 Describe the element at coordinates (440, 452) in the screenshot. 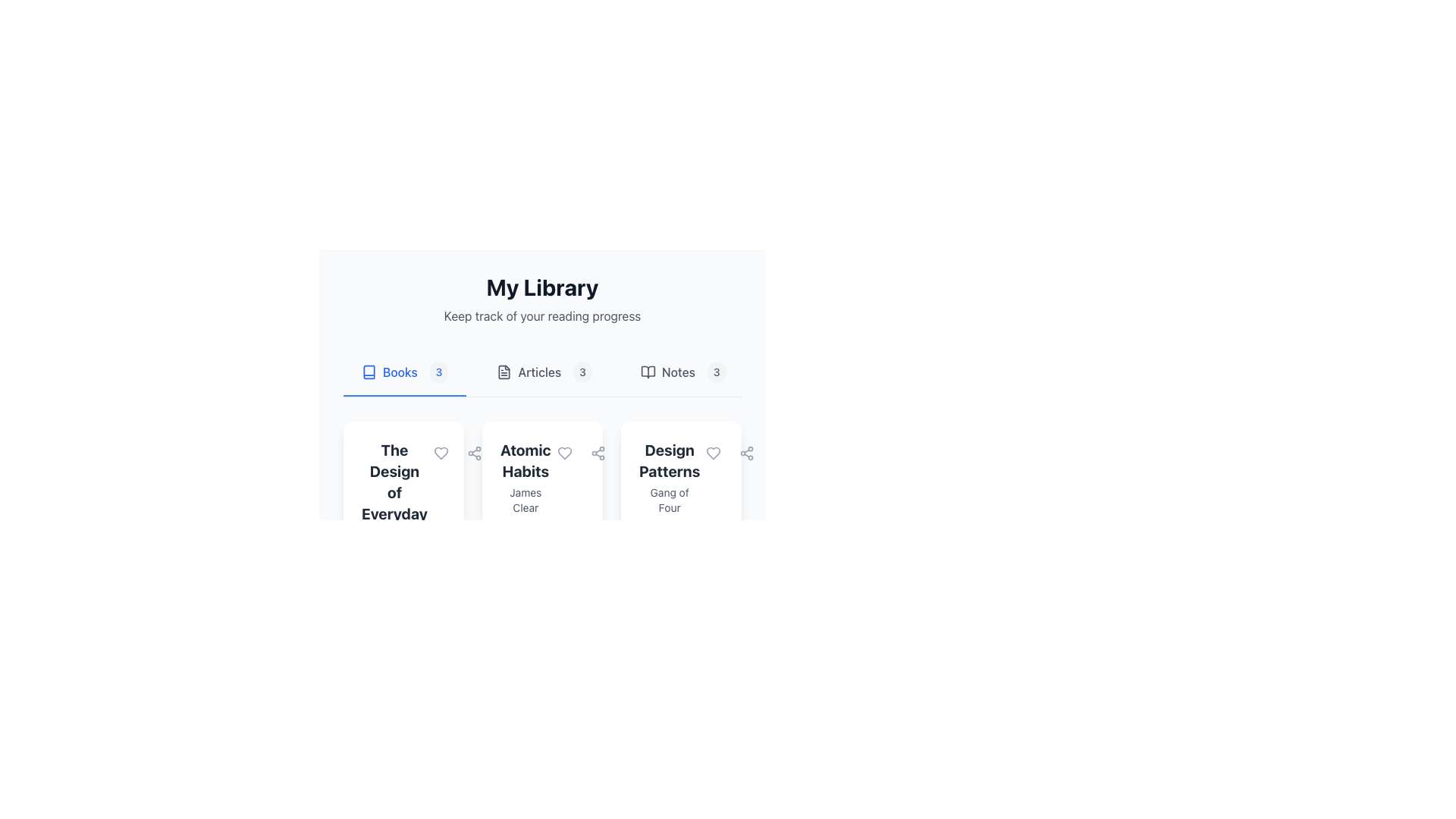

I see `the heart-shaped icon button located in the top-right section of the first book card under the 'Books' tab` at that location.